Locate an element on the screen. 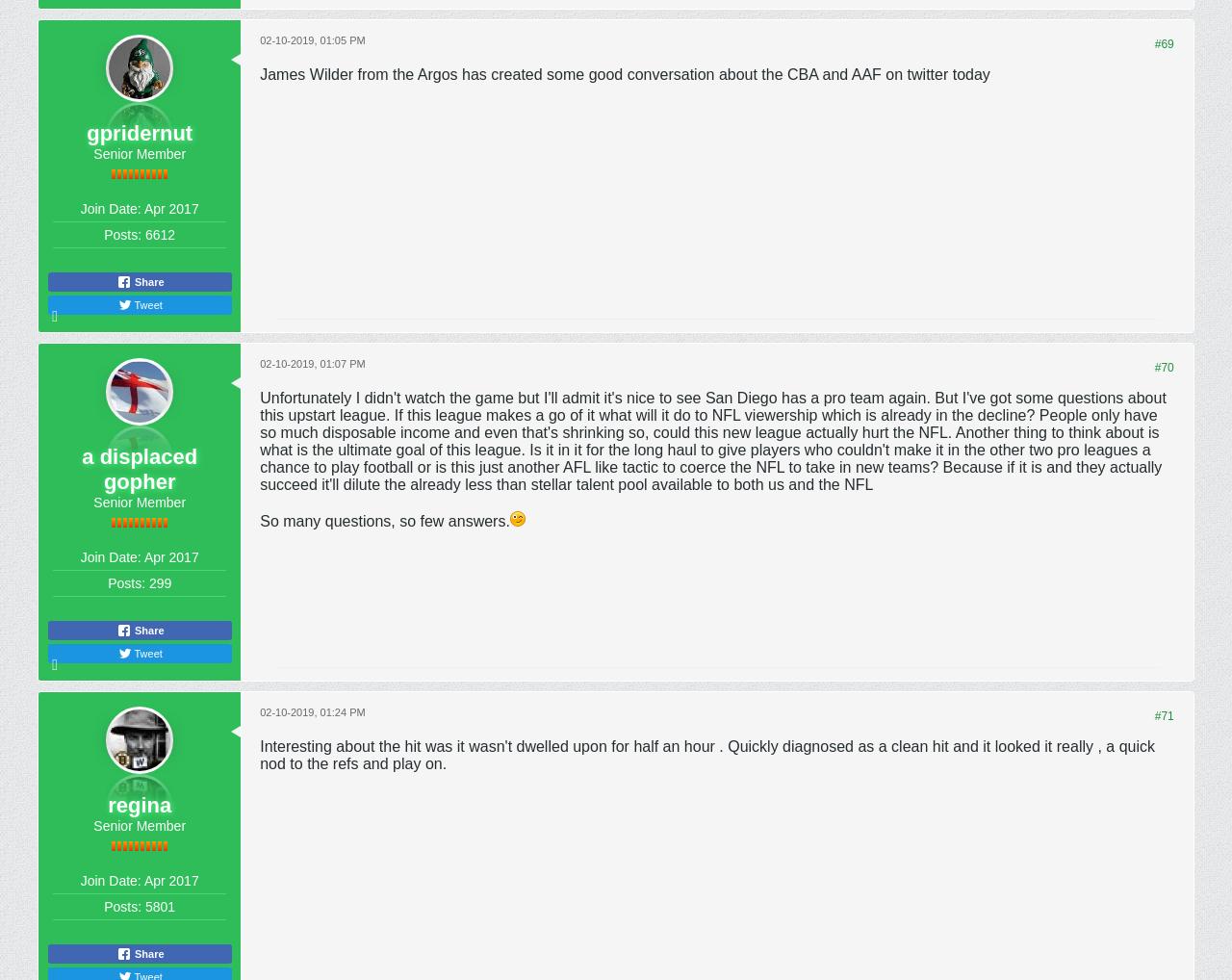 The width and height of the screenshot is (1232, 980). '5801' is located at coordinates (160, 905).